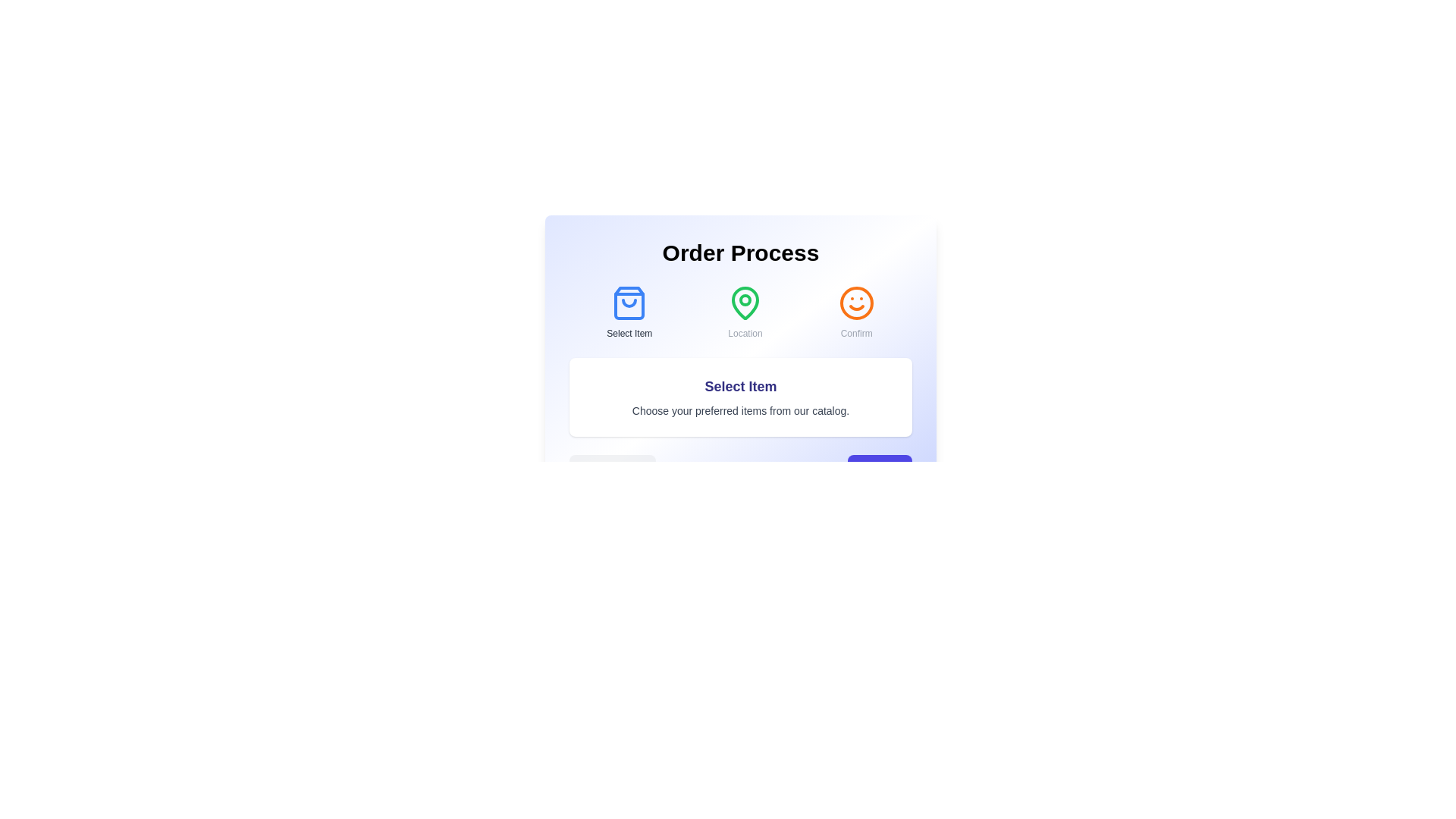 This screenshot has height=819, width=1456. What do you see at coordinates (855, 303) in the screenshot?
I see `the icon representing the step Confirm` at bounding box center [855, 303].